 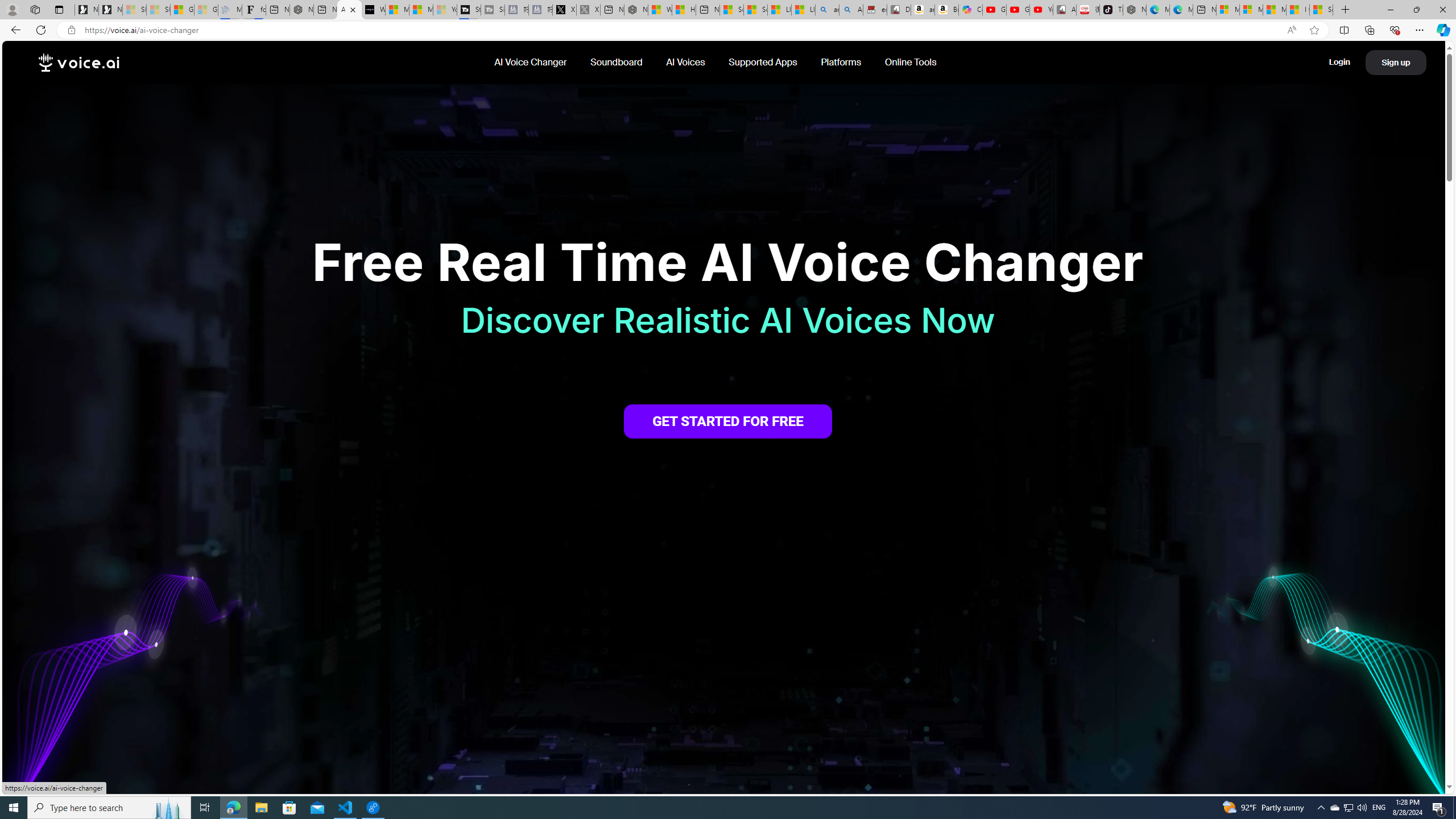 I want to click on 'TikTok', so click(x=1111, y=9).